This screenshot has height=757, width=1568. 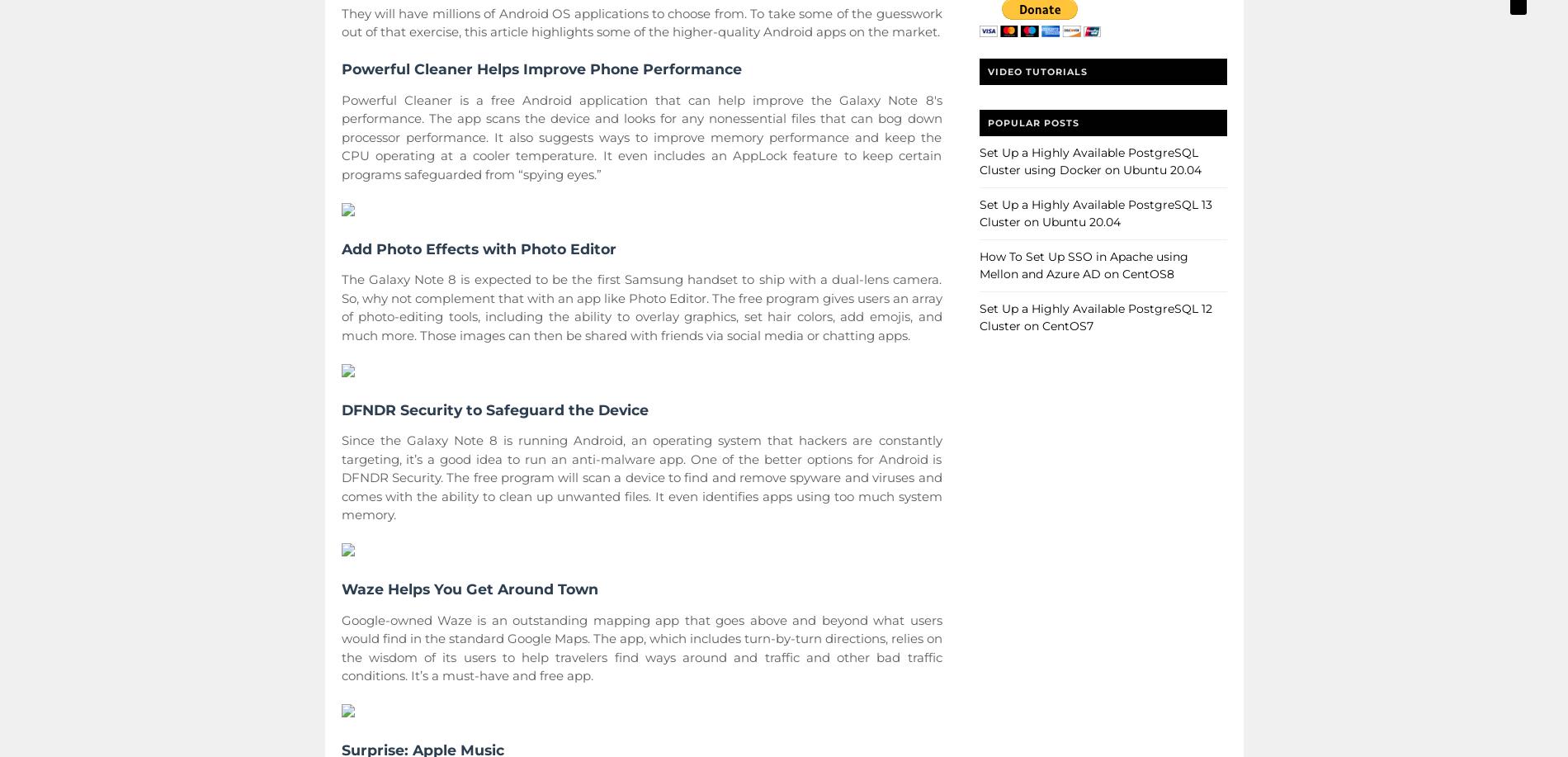 I want to click on 'Set Up a Highly Available PostgreSQL 12 Cluster on CentOS7', so click(x=978, y=316).